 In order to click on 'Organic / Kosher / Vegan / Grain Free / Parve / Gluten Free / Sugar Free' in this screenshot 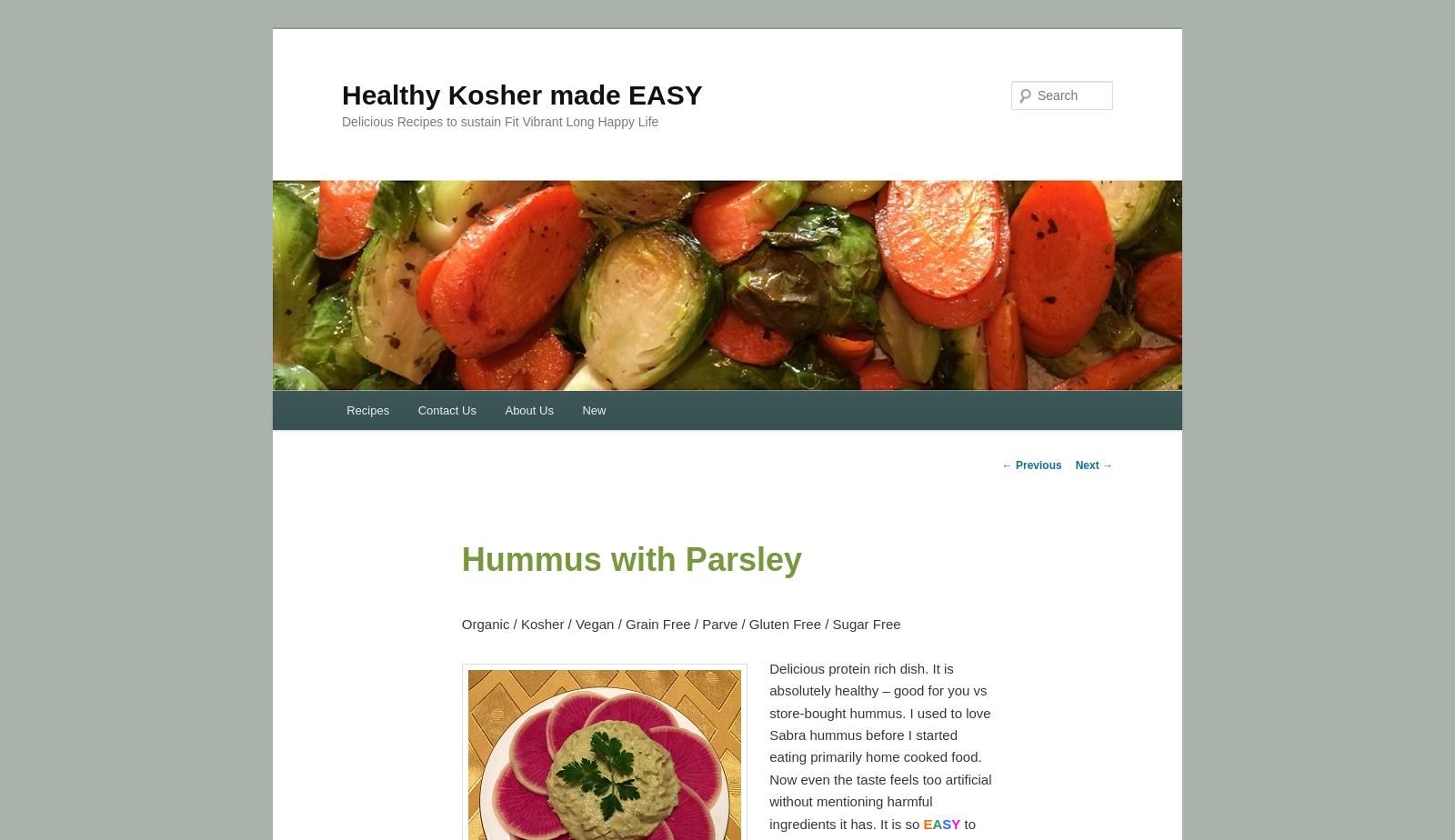, I will do `click(680, 624)`.